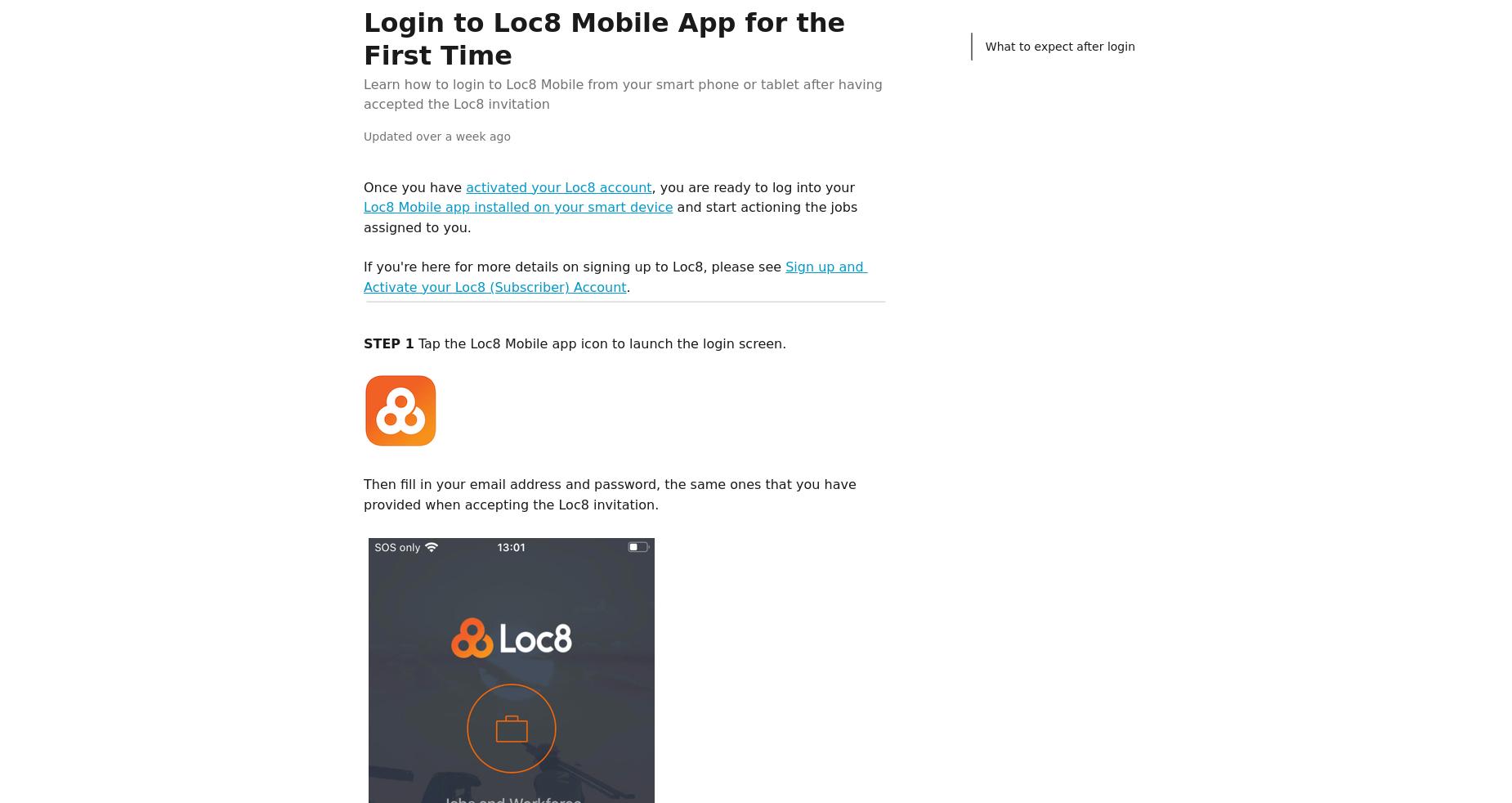  I want to click on 'Learn how to login to Loc8 Mobile from your smart phone or tablet after having accepted the Loc8 invitation', so click(623, 93).